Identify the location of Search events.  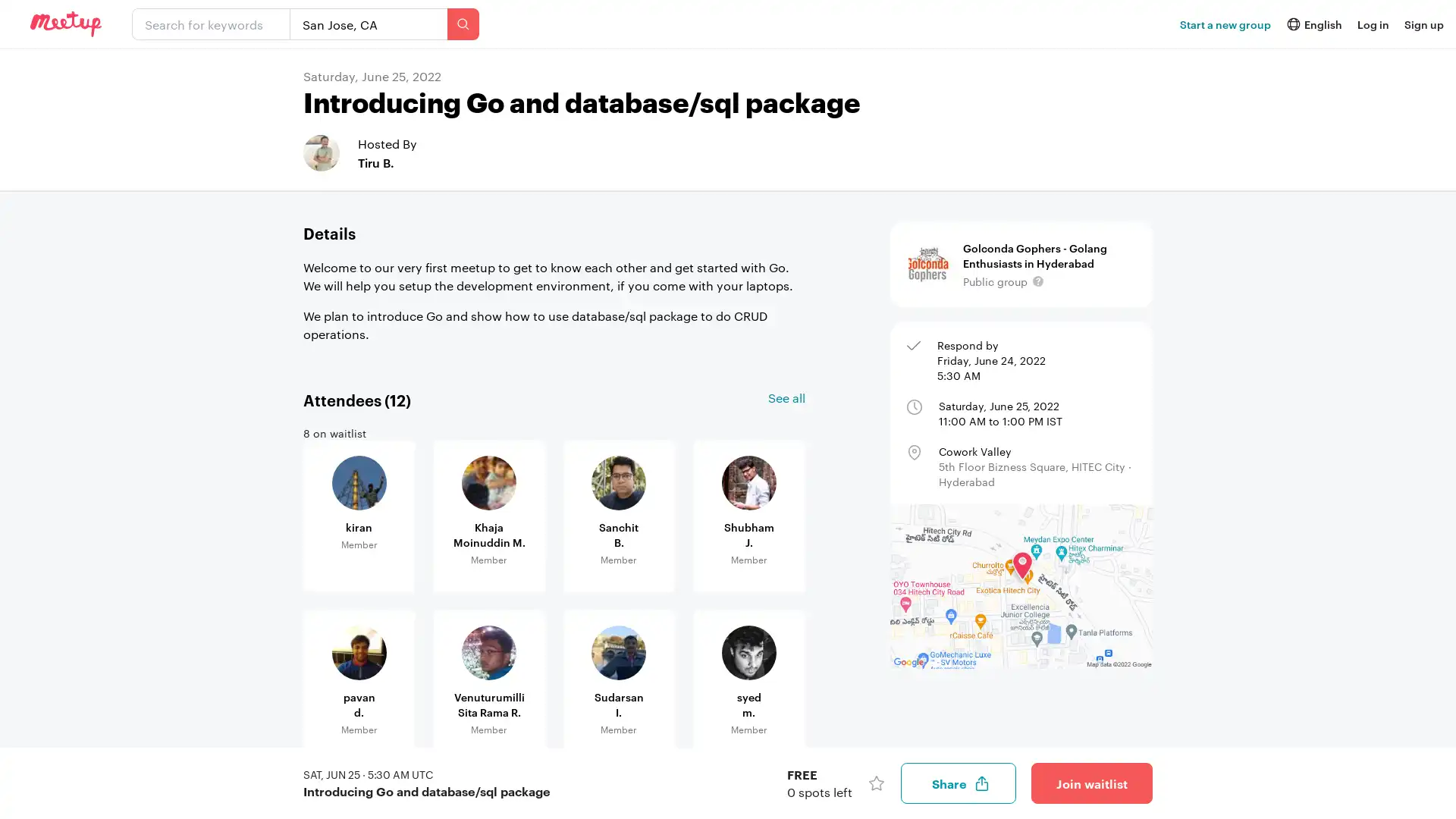
(462, 24).